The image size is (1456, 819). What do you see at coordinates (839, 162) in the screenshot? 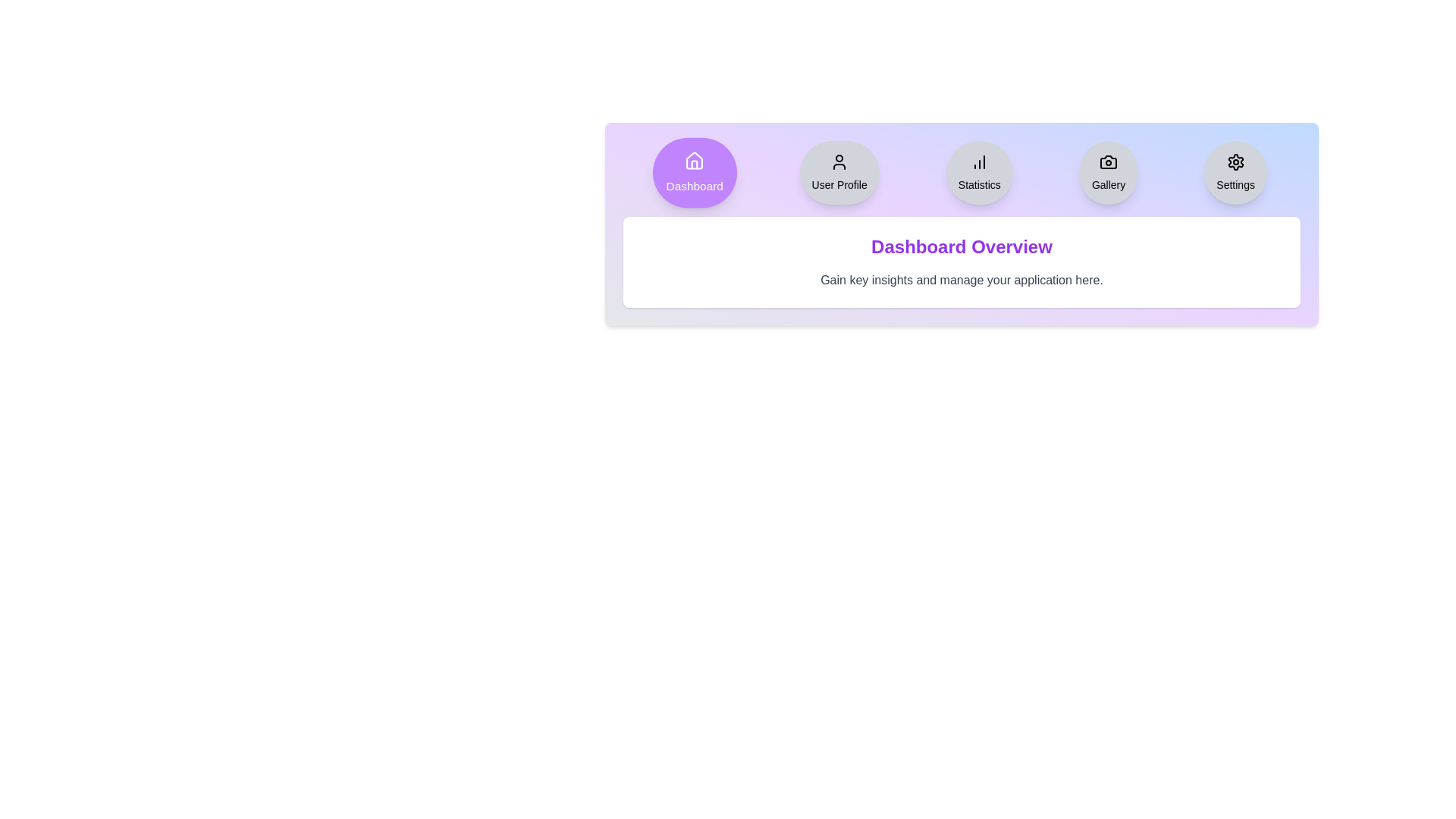
I see `the user profile icon, which is a stylized user silhouette located inside the second circular button in the horizontal menu bar, to possibly see a tooltip` at bounding box center [839, 162].